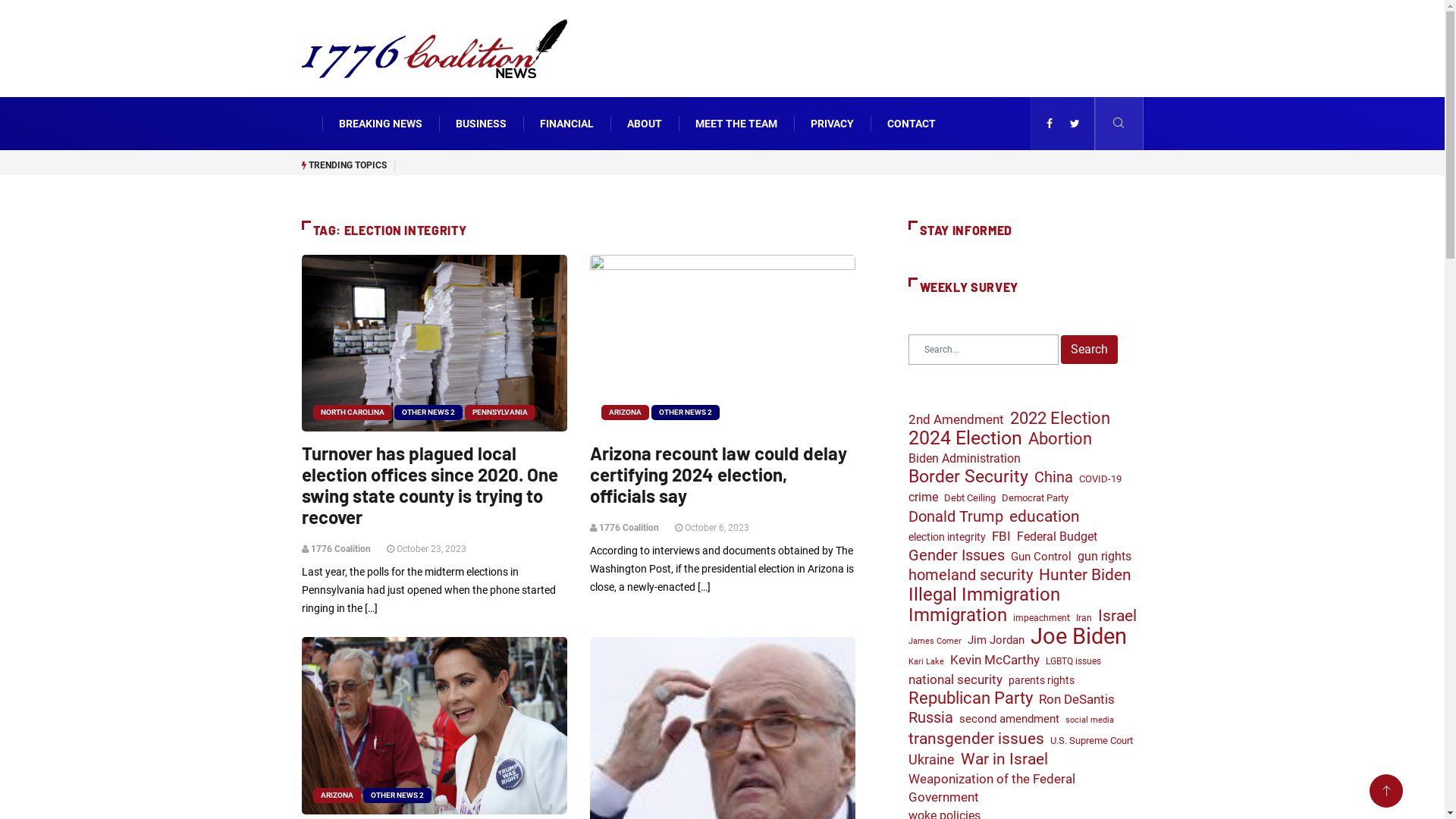 The width and height of the screenshot is (1456, 819). What do you see at coordinates (651, 412) in the screenshot?
I see `'OTHER NEWS 2'` at bounding box center [651, 412].